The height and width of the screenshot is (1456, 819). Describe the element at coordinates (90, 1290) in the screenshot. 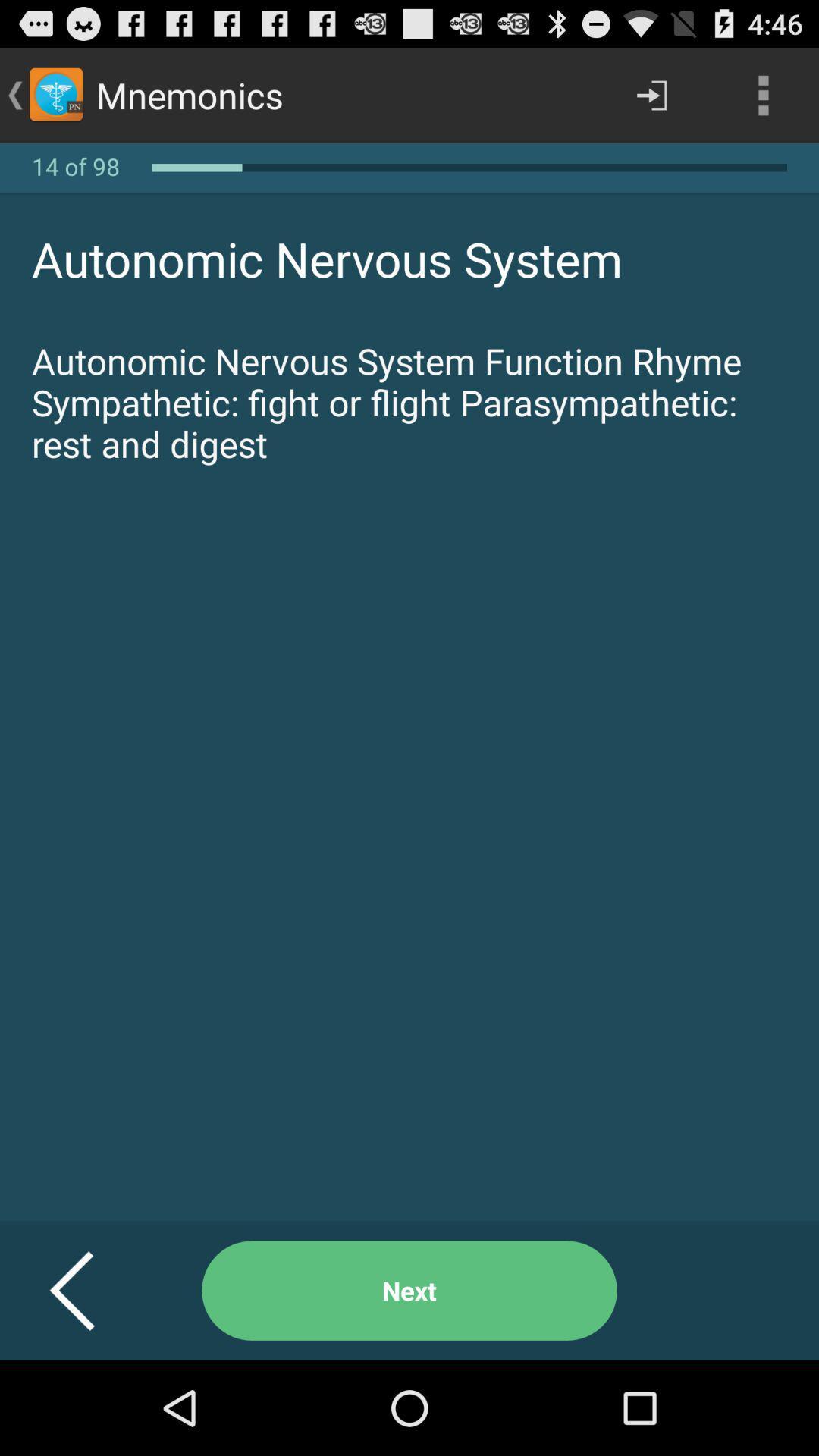

I see `item next to next icon` at that location.